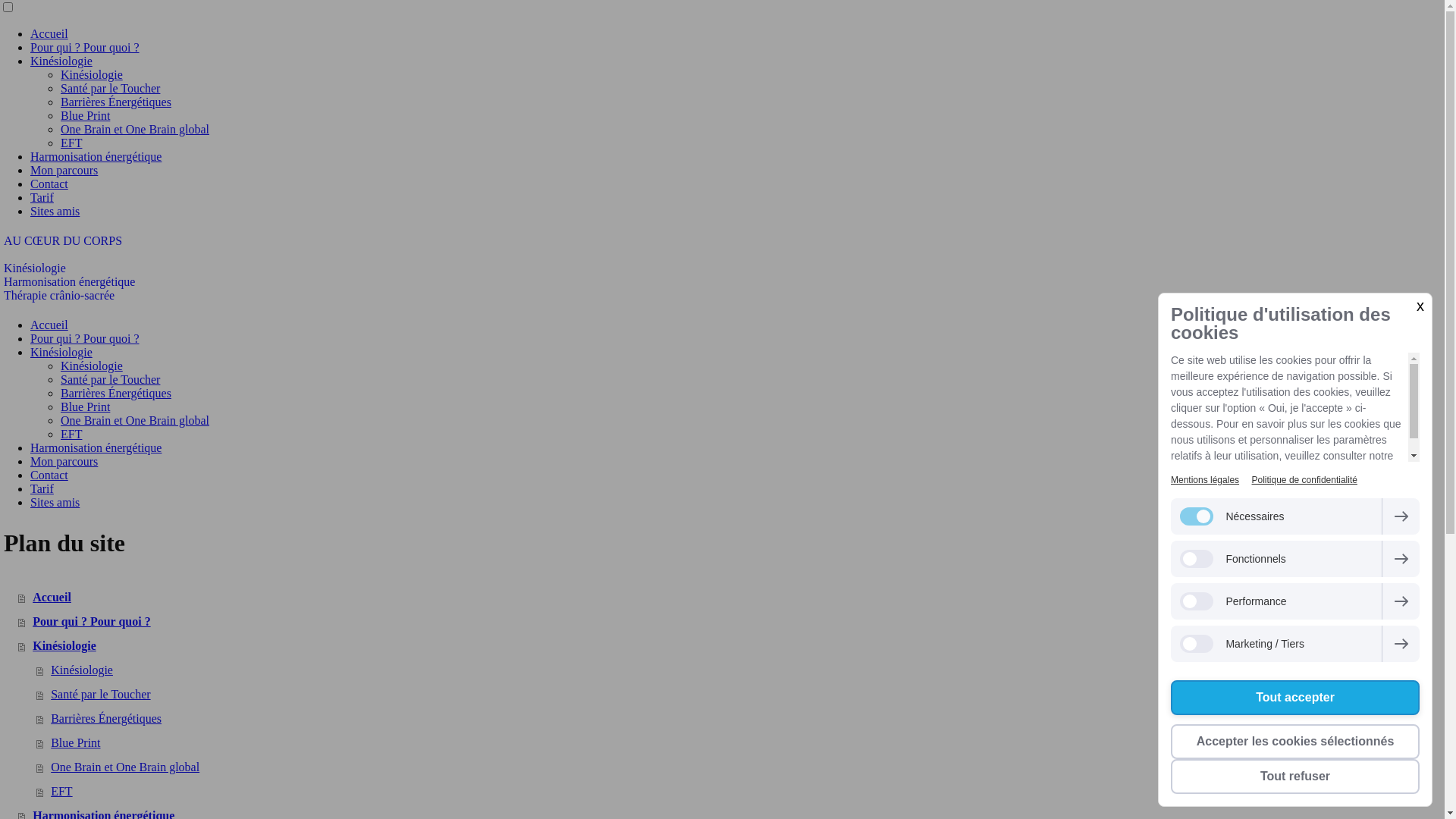  What do you see at coordinates (84, 115) in the screenshot?
I see `'Blue Print'` at bounding box center [84, 115].